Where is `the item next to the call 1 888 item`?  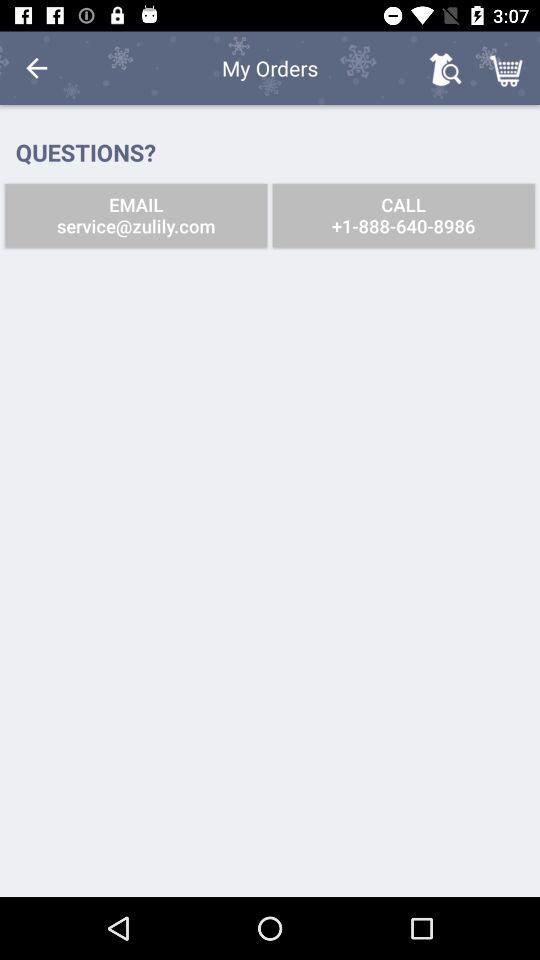 the item next to the call 1 888 item is located at coordinates (135, 215).